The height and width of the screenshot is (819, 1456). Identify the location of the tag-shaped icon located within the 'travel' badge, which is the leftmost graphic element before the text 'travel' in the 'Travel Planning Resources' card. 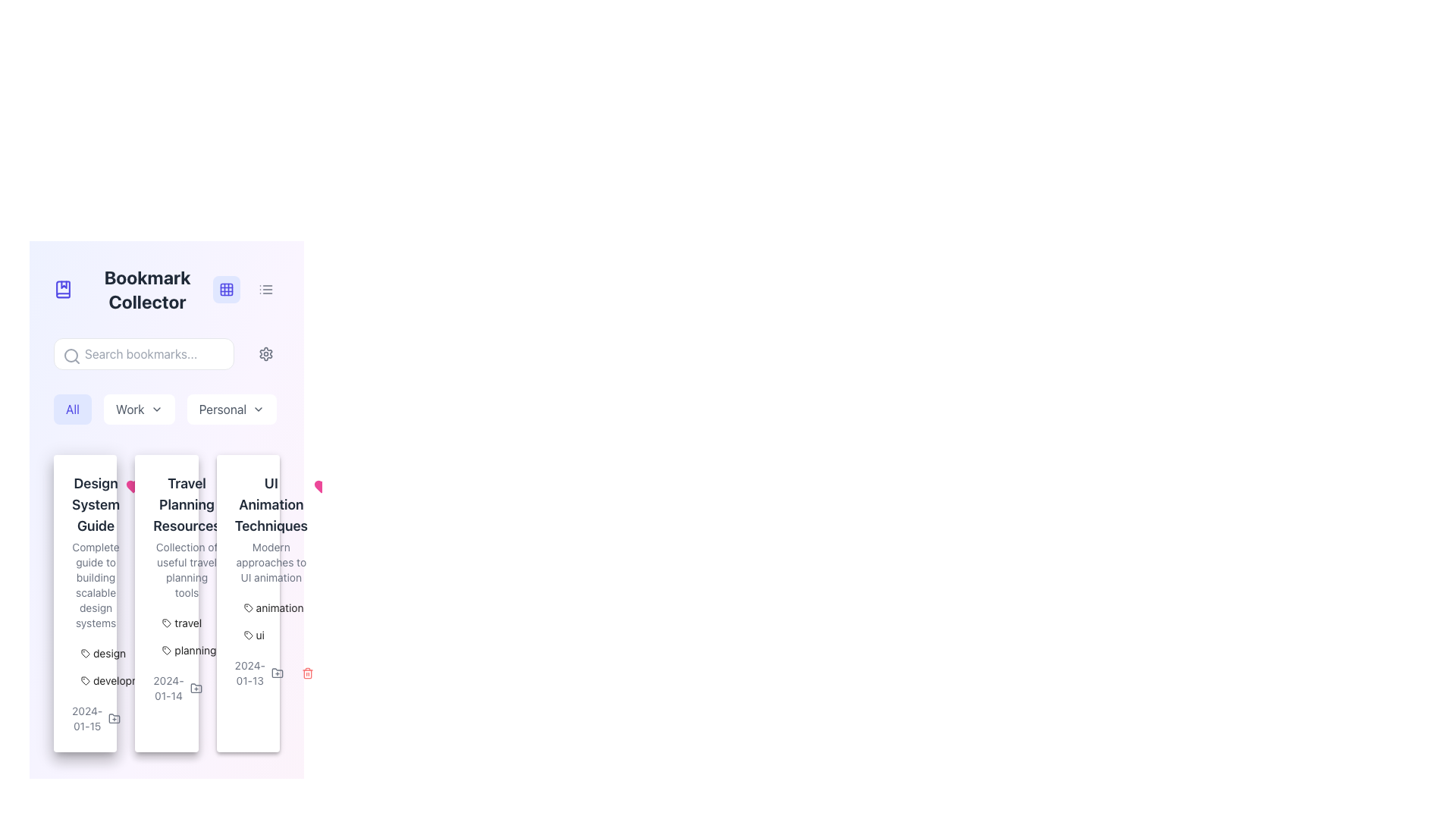
(167, 623).